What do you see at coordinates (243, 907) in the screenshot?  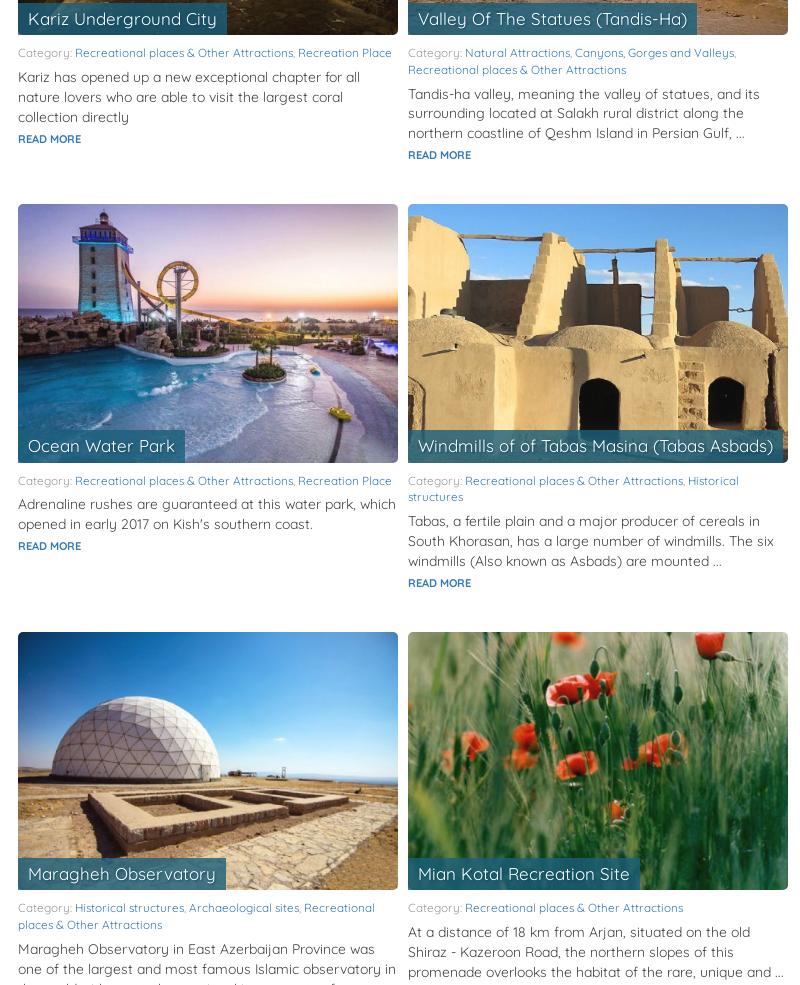 I see `'Archaeological sites'` at bounding box center [243, 907].